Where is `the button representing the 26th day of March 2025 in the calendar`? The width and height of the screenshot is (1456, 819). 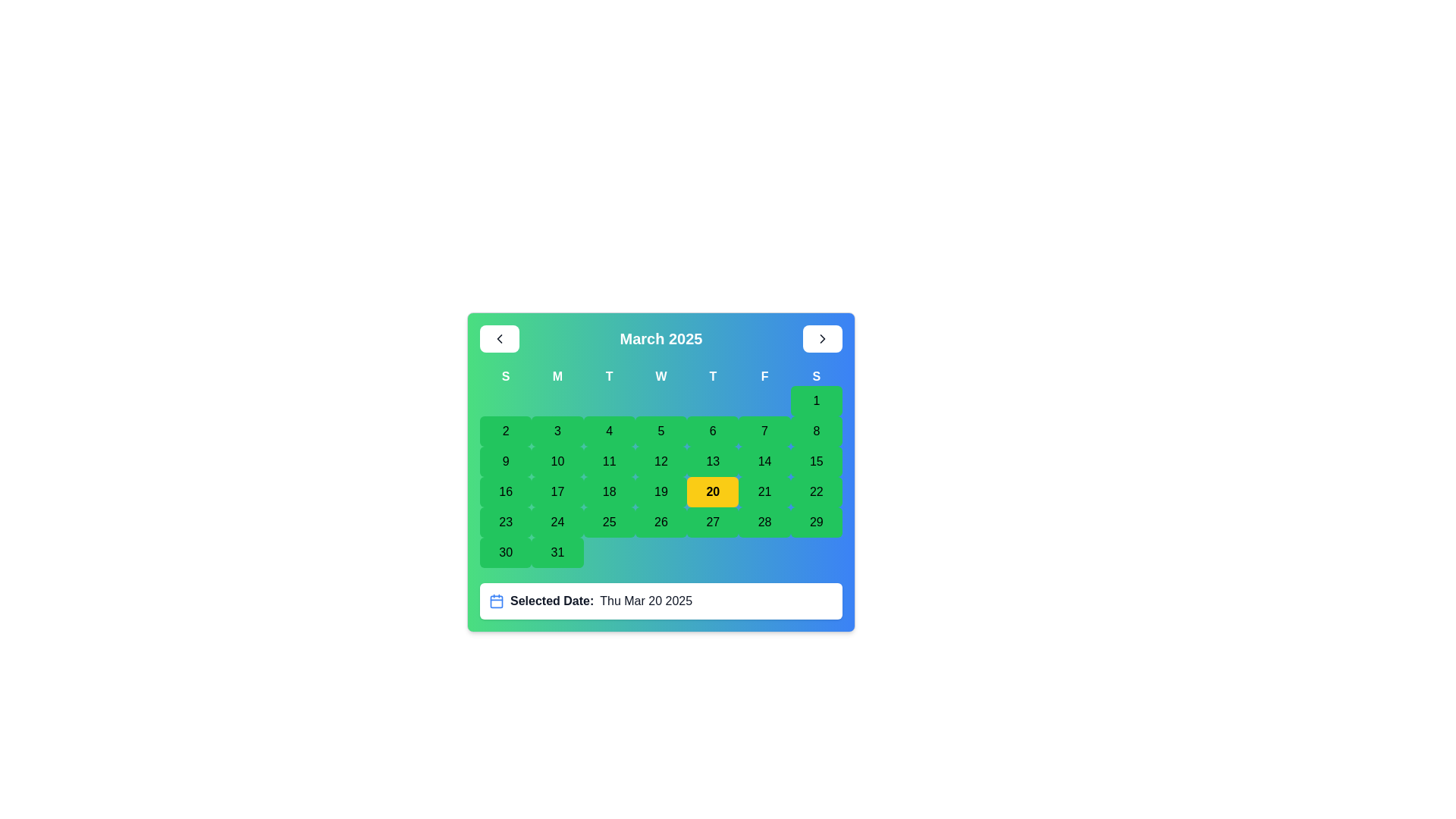 the button representing the 26th day of March 2025 in the calendar is located at coordinates (661, 522).